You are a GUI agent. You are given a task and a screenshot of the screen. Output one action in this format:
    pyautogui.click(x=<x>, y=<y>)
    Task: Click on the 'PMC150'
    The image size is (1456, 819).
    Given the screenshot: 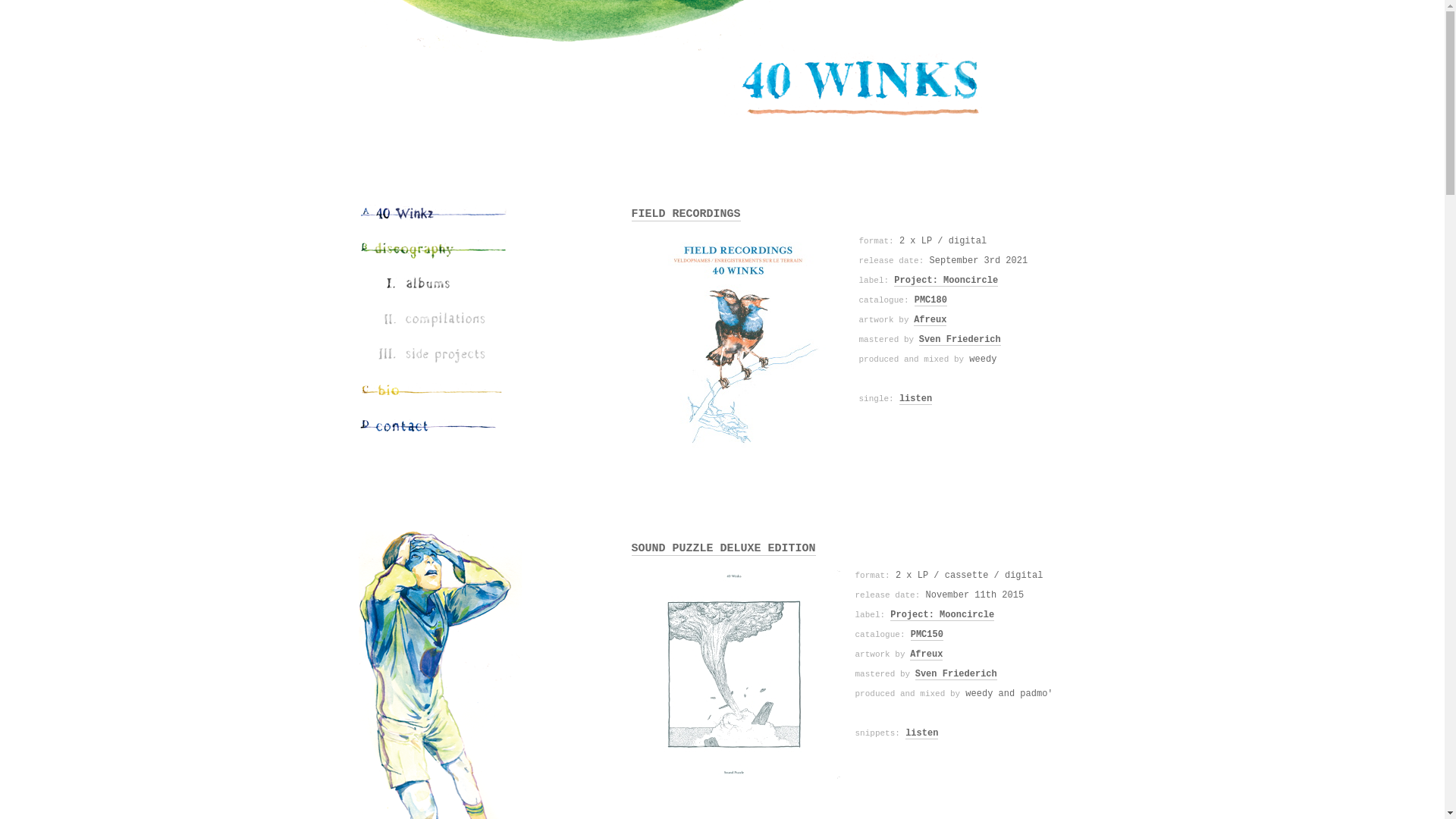 What is the action you would take?
    pyautogui.click(x=926, y=635)
    